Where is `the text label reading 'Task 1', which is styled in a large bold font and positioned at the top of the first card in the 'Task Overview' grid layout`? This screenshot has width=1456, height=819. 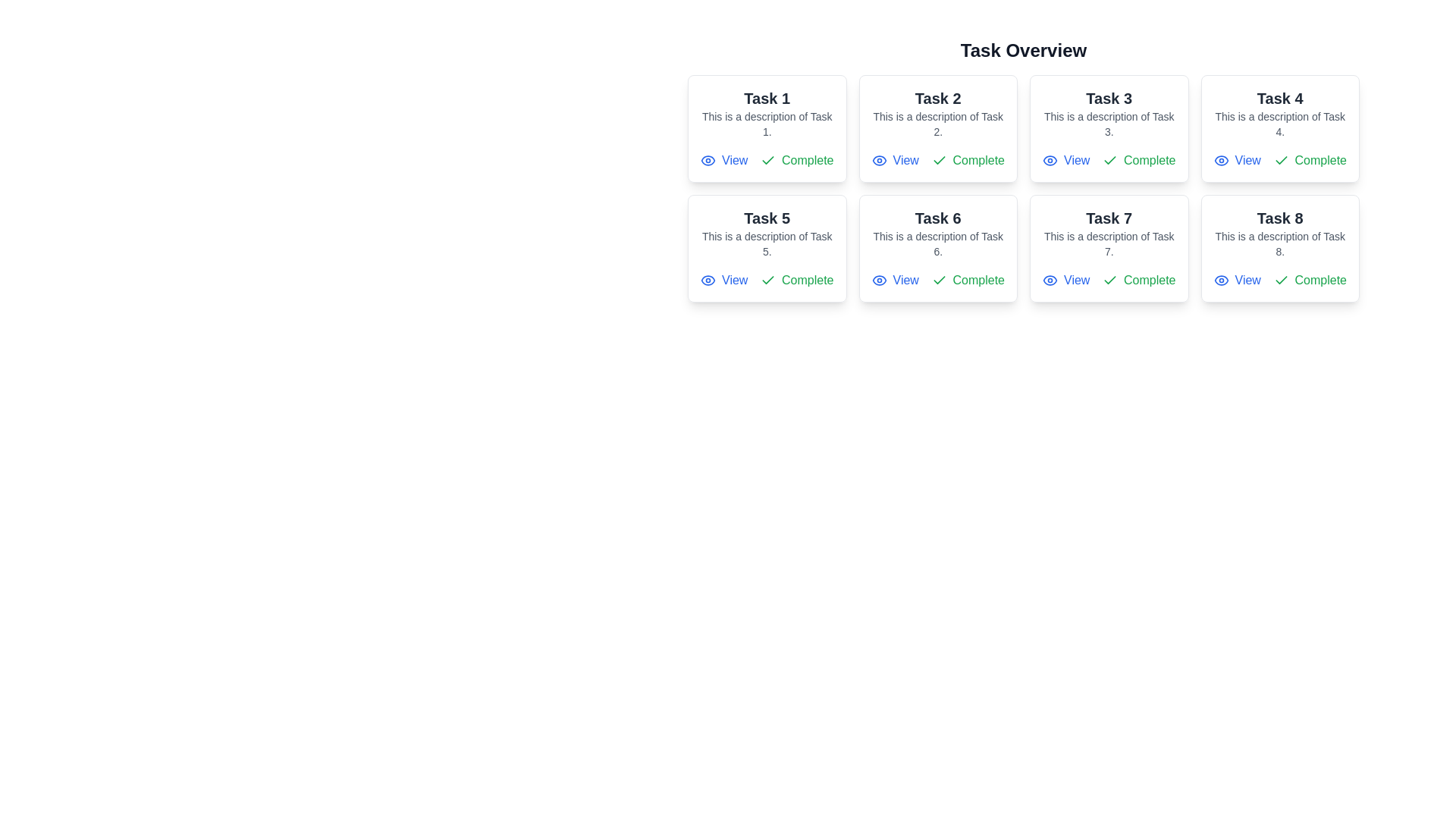
the text label reading 'Task 1', which is styled in a large bold font and positioned at the top of the first card in the 'Task Overview' grid layout is located at coordinates (767, 99).